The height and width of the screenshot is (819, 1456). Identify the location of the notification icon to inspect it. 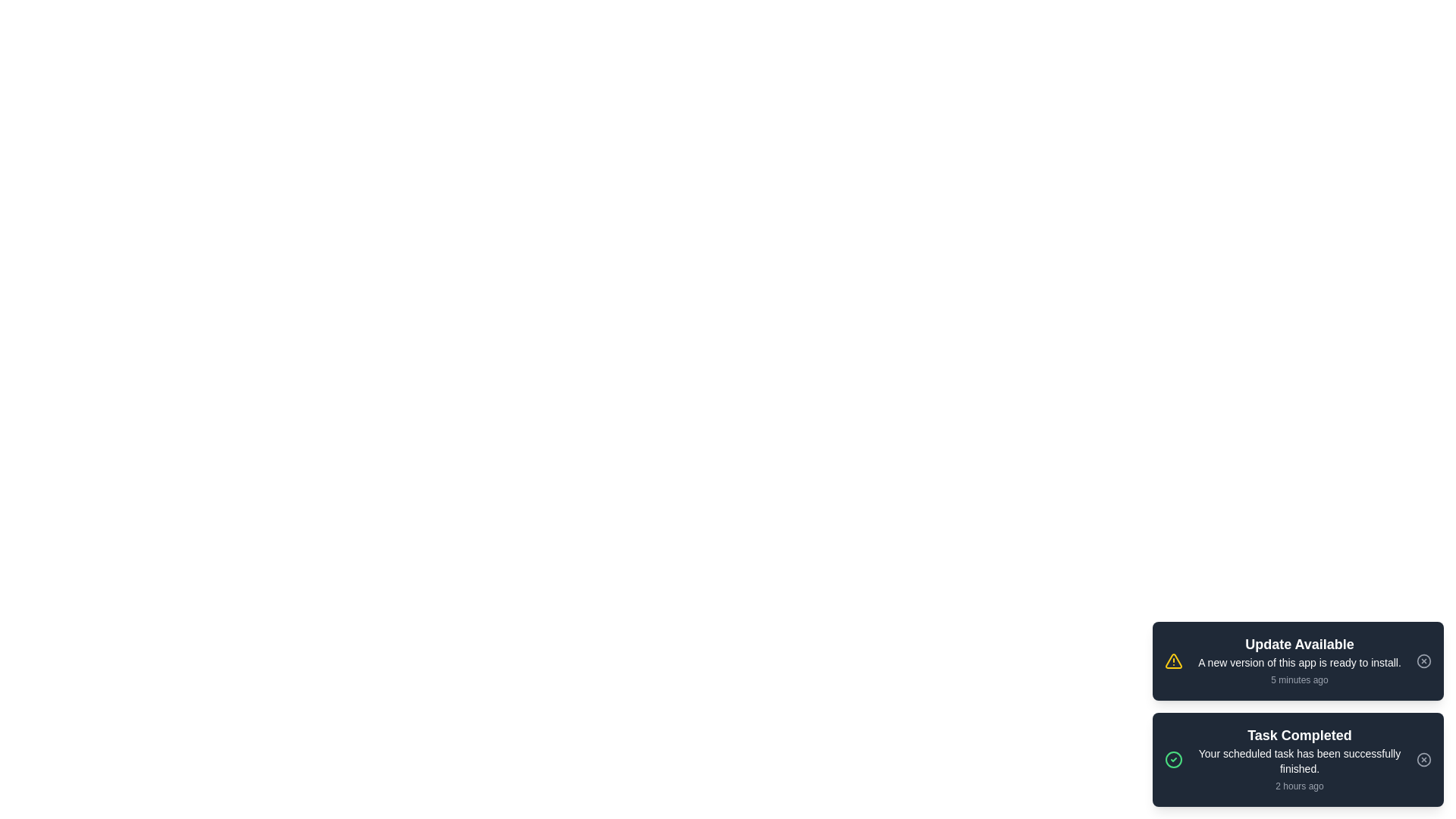
(1173, 660).